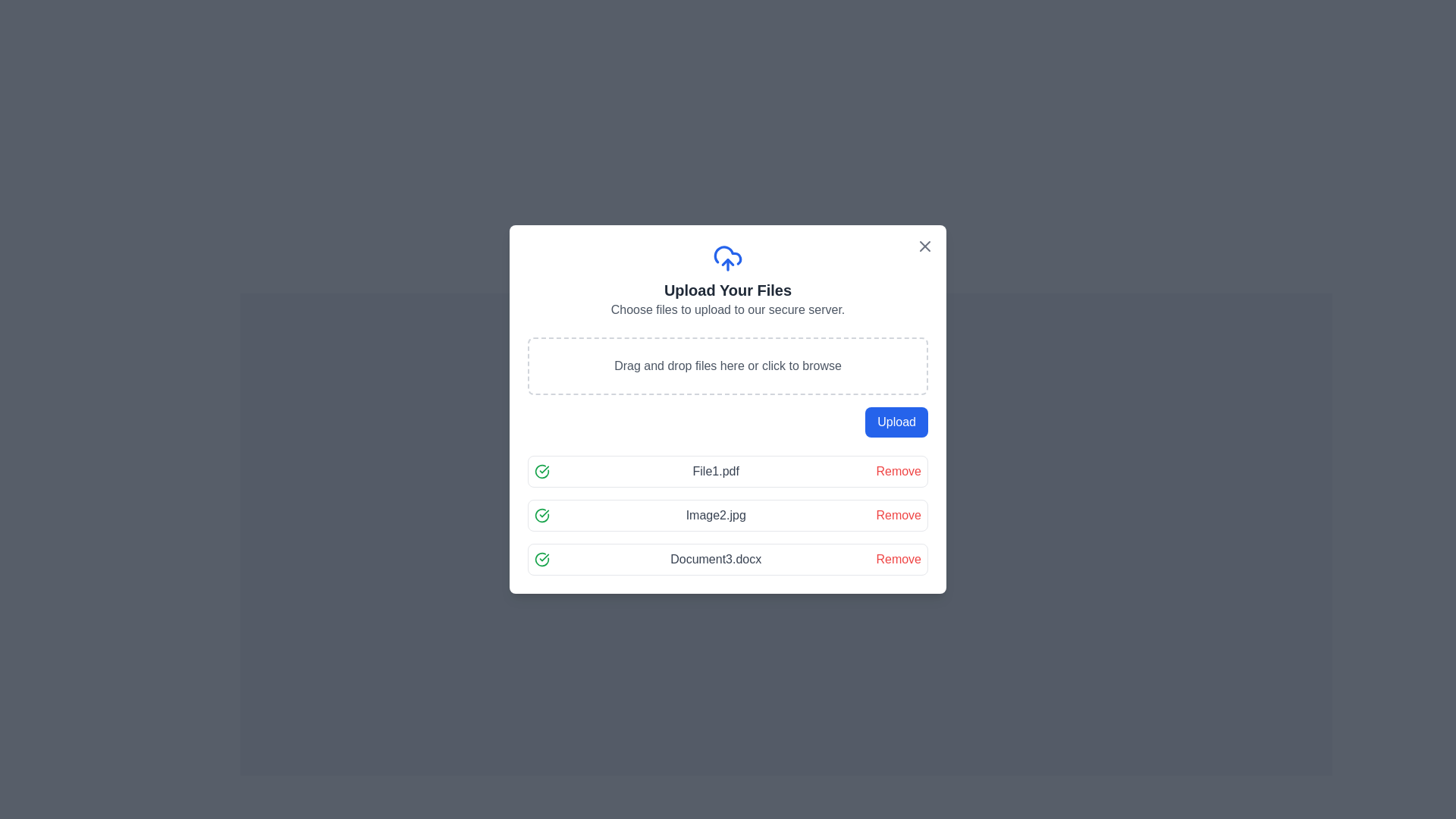 Image resolution: width=1456 pixels, height=819 pixels. What do you see at coordinates (728, 559) in the screenshot?
I see `filename 'Document3.docx' displayed in the last List Item with Action Button under the 'Upload Your Files' section` at bounding box center [728, 559].